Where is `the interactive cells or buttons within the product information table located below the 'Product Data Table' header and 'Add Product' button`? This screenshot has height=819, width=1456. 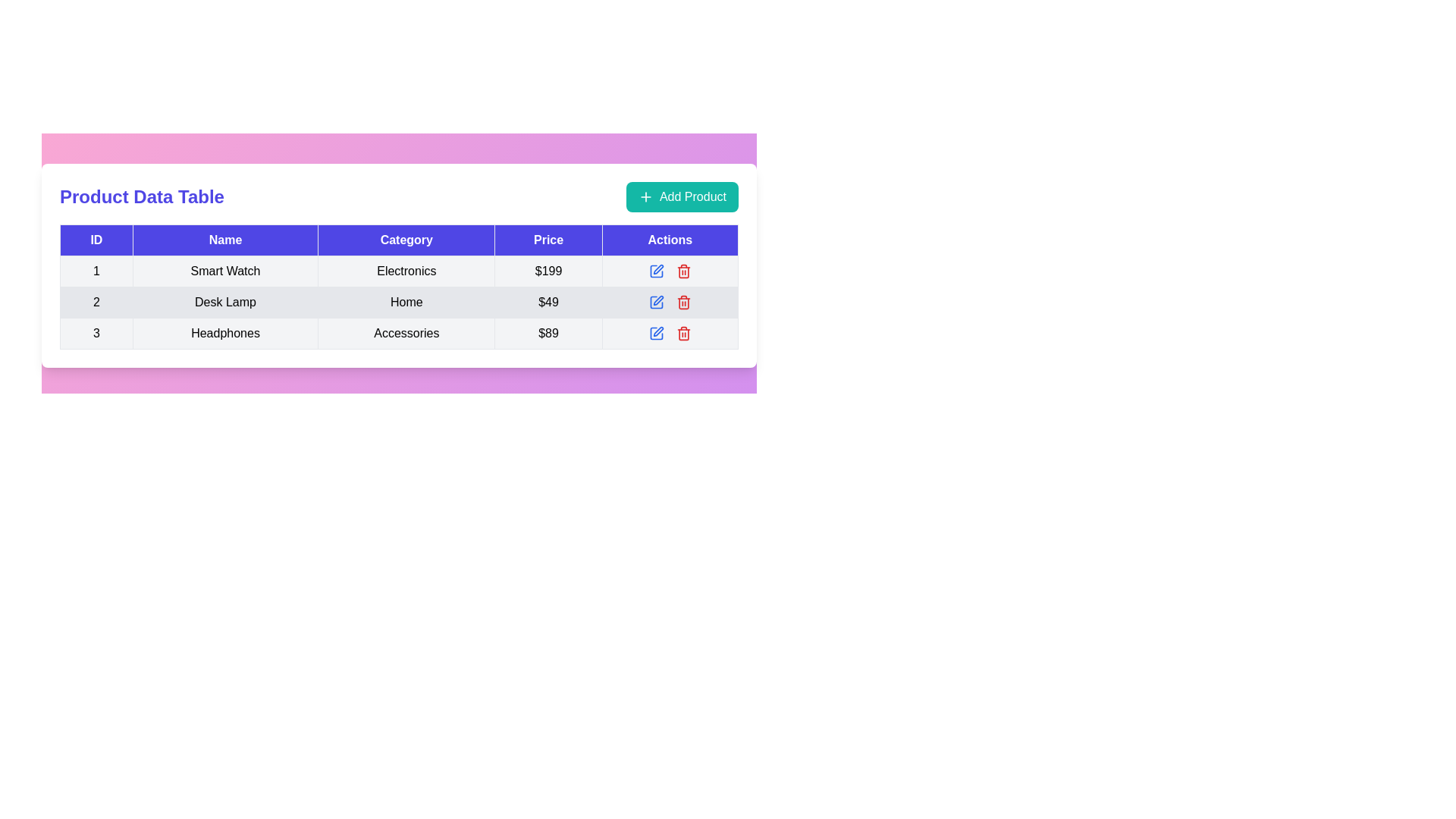 the interactive cells or buttons within the product information table located below the 'Product Data Table' header and 'Add Product' button is located at coordinates (399, 265).